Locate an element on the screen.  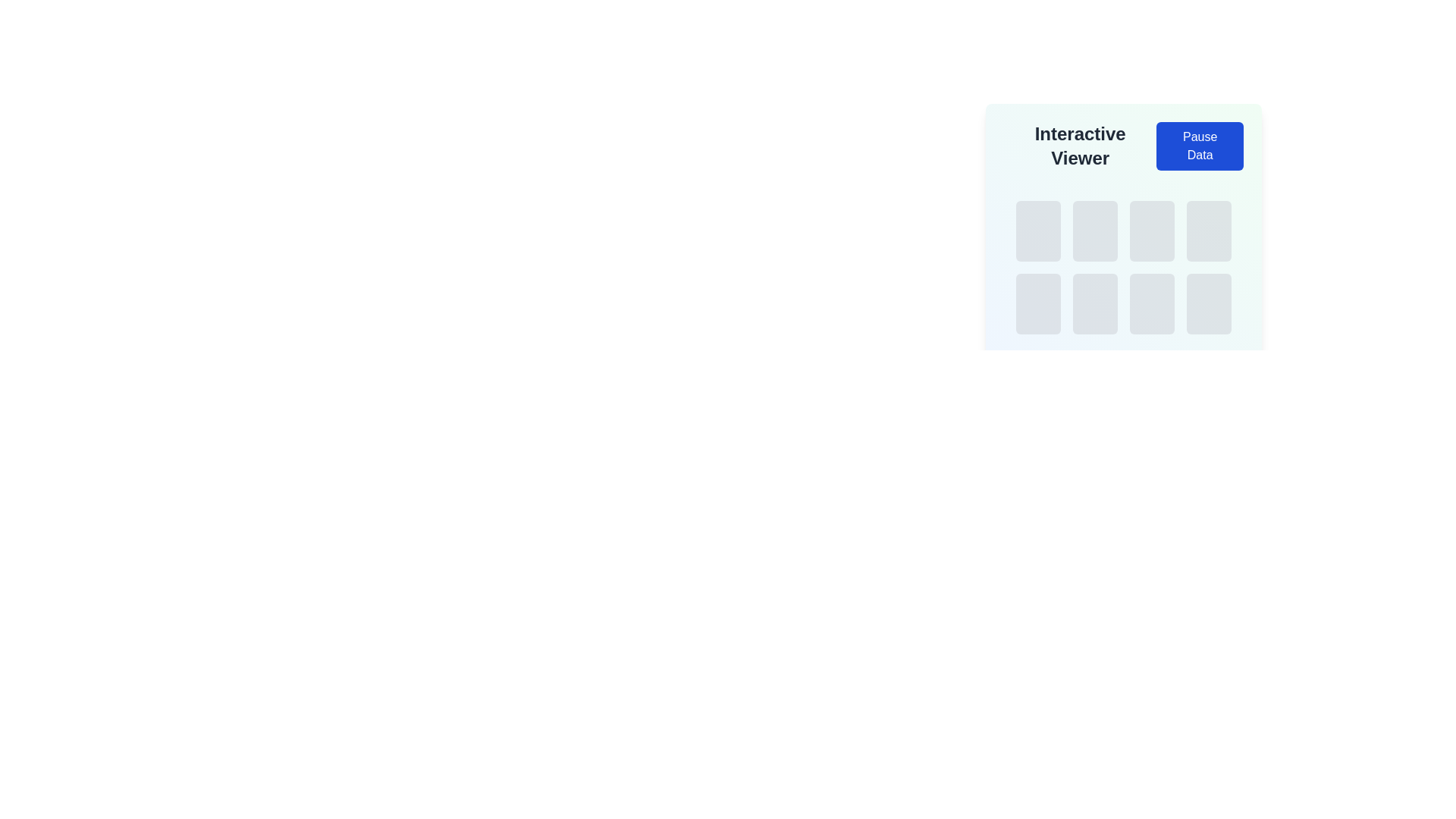
the placeholder box within the 'Interactive Viewer' card is located at coordinates (1124, 218).